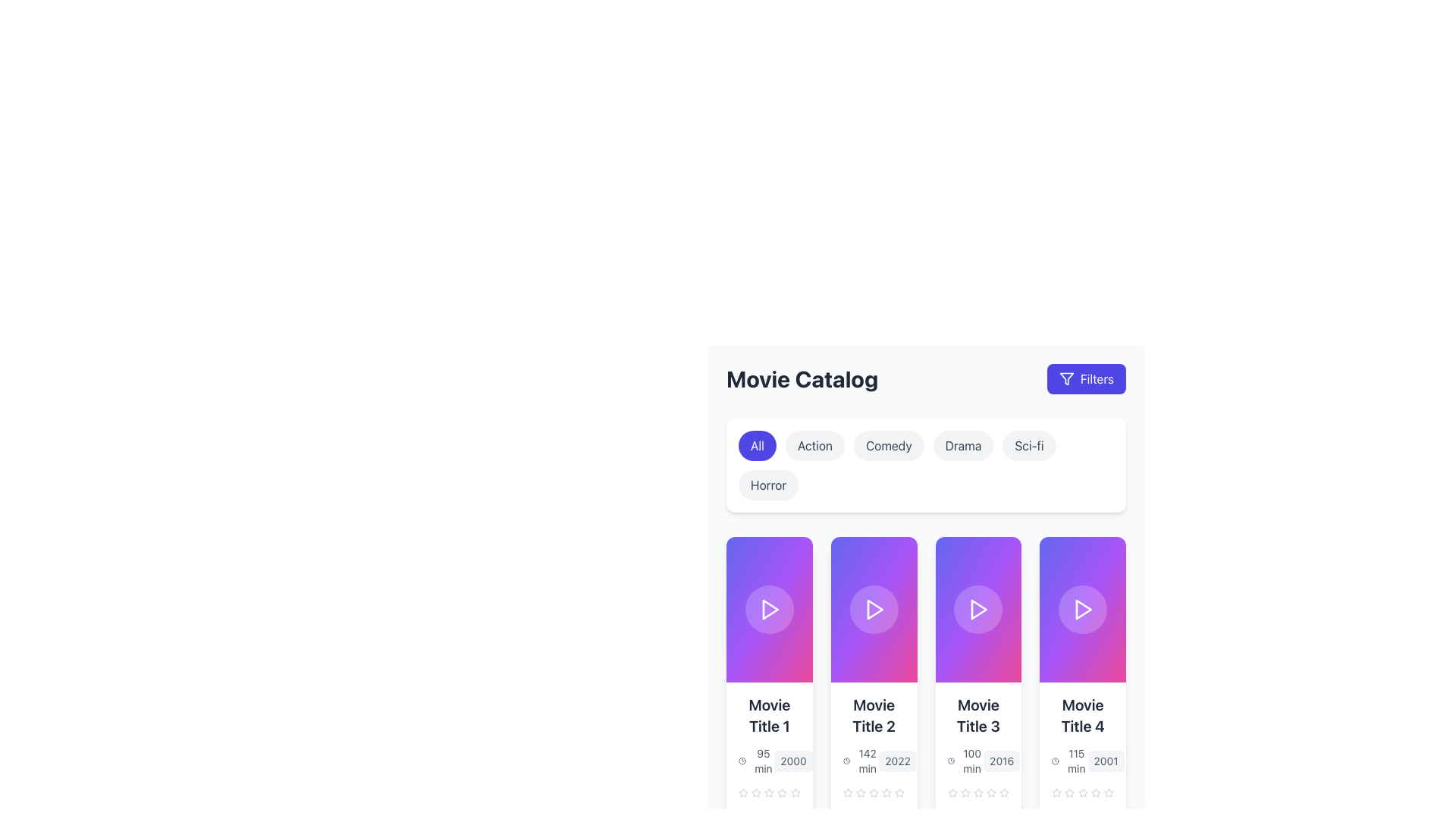 The image size is (1456, 819). Describe the element at coordinates (1002, 761) in the screenshot. I see `the display label showing the release year '2016' for 'Movie Title 3', which is the right-aligned element in the movie information section` at that location.